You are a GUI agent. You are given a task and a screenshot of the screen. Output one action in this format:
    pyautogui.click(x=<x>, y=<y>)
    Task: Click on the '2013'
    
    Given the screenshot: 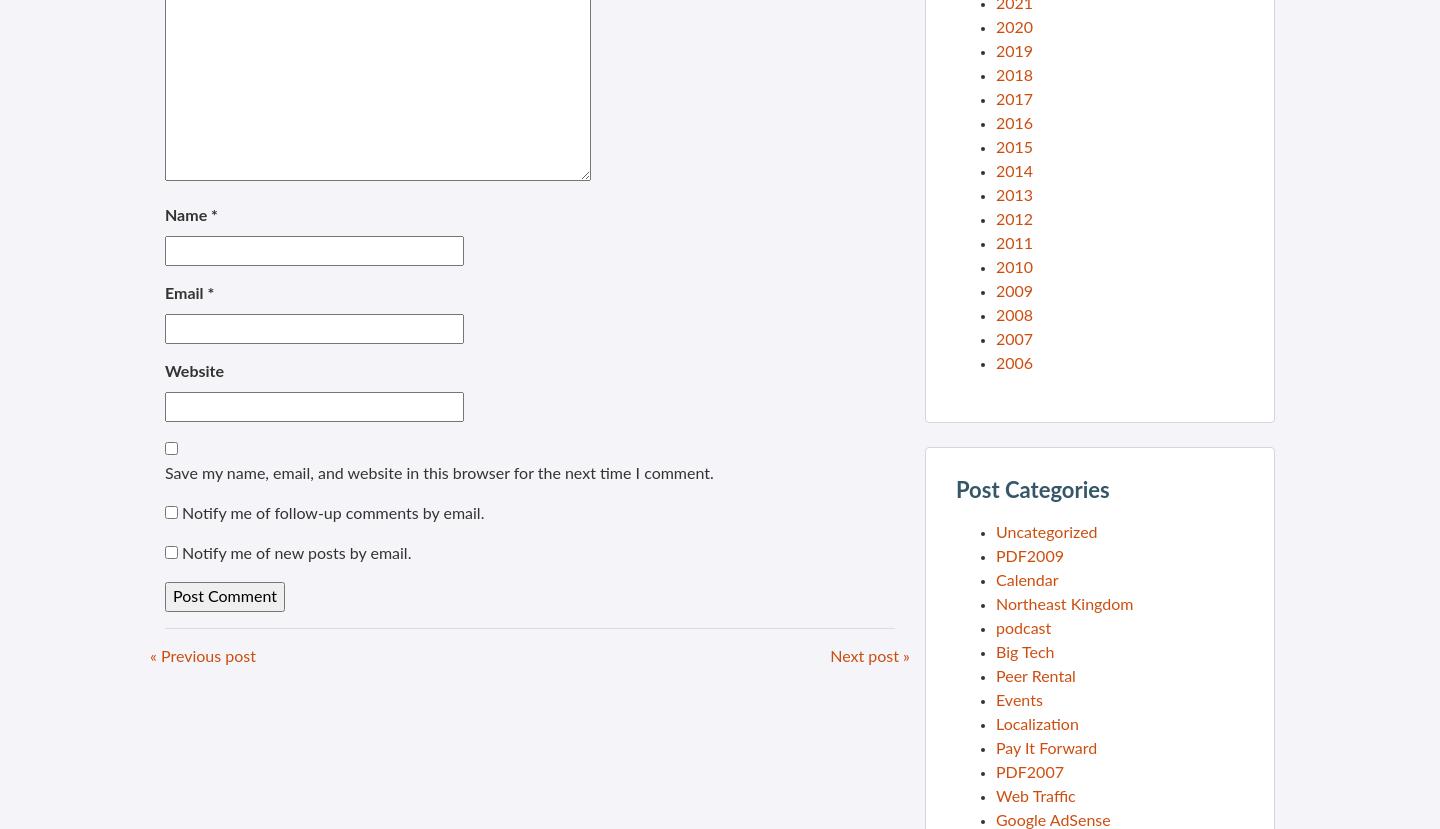 What is the action you would take?
    pyautogui.click(x=1013, y=194)
    